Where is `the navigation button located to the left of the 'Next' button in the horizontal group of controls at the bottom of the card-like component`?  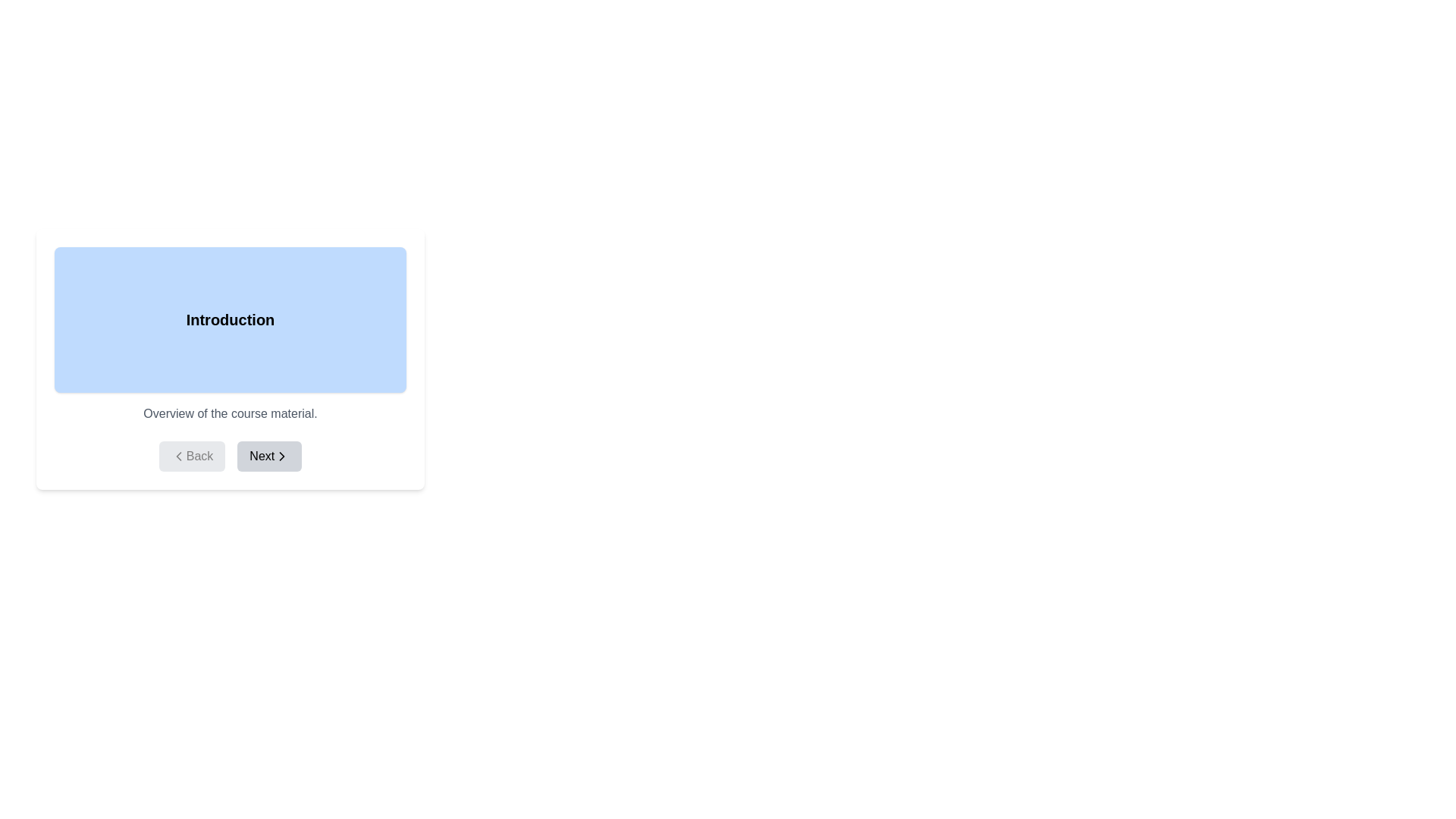
the navigation button located to the left of the 'Next' button in the horizontal group of controls at the bottom of the card-like component is located at coordinates (191, 455).